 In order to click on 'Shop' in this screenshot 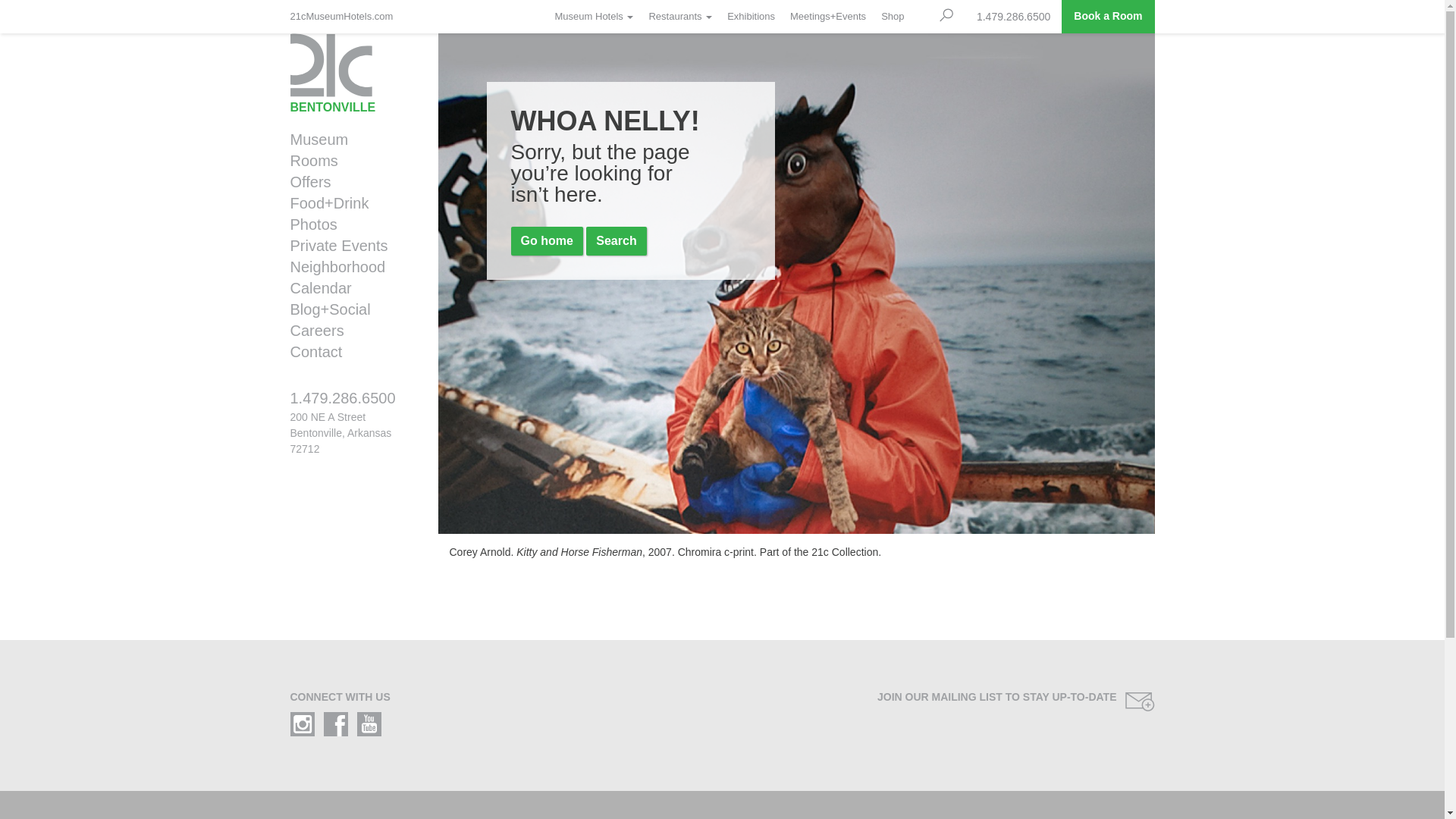, I will do `click(892, 17)`.